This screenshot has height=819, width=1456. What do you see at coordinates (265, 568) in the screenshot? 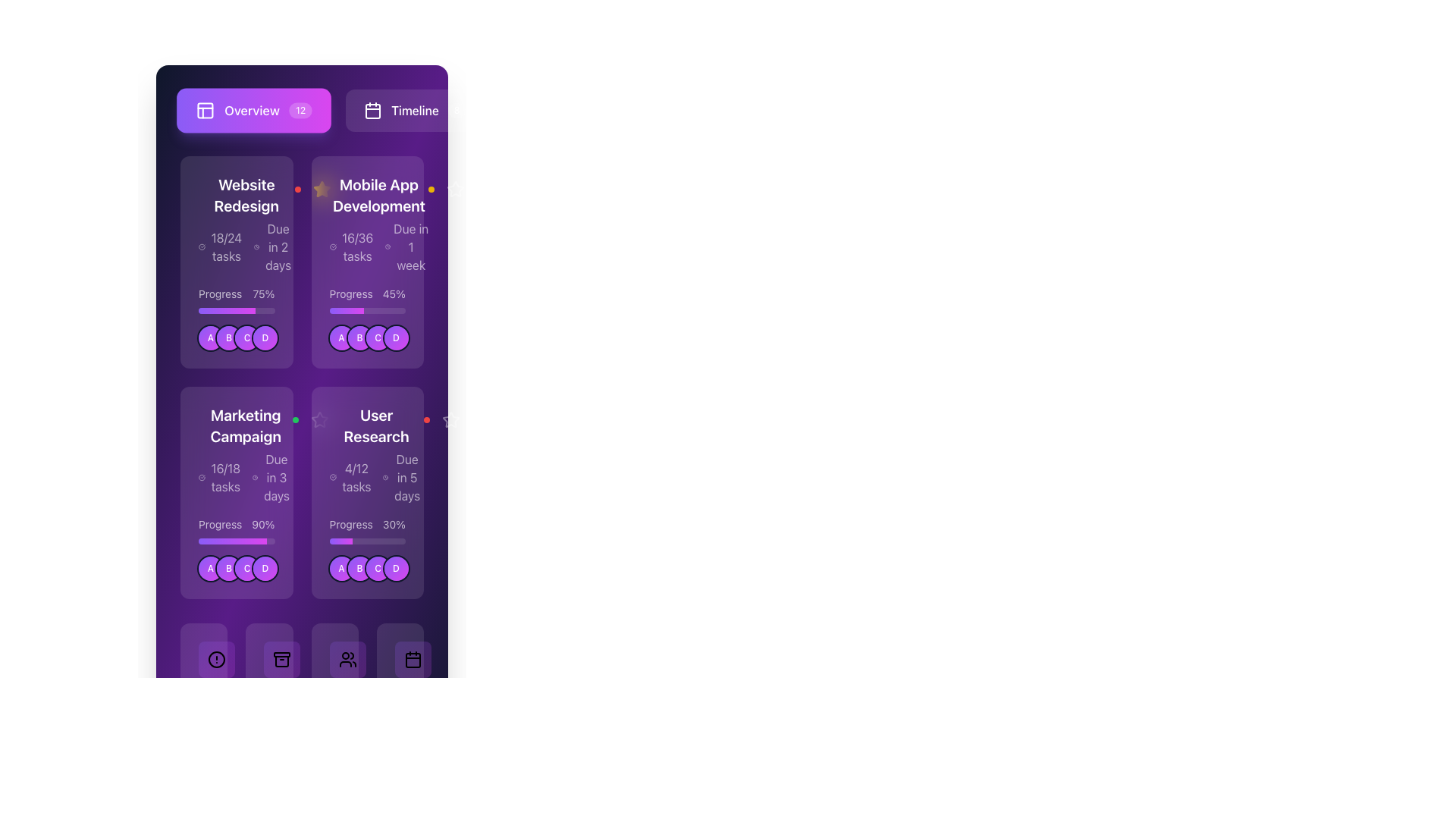
I see `the circular badge labeled 'D', which is the rightmost badge in a row of four badges with gradient colors and a white letter 'D' in the center` at bounding box center [265, 568].